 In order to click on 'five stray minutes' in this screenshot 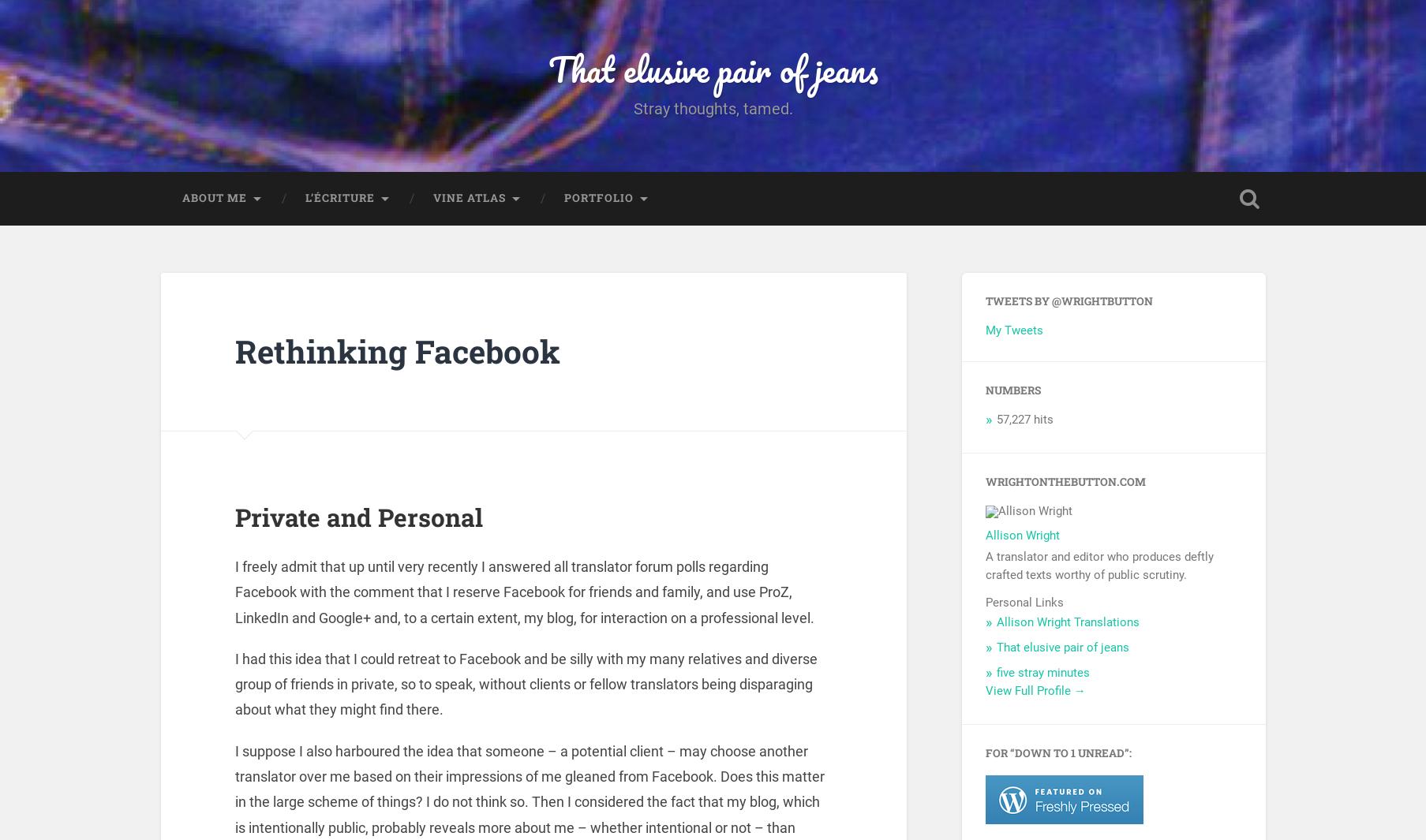, I will do `click(1042, 676)`.